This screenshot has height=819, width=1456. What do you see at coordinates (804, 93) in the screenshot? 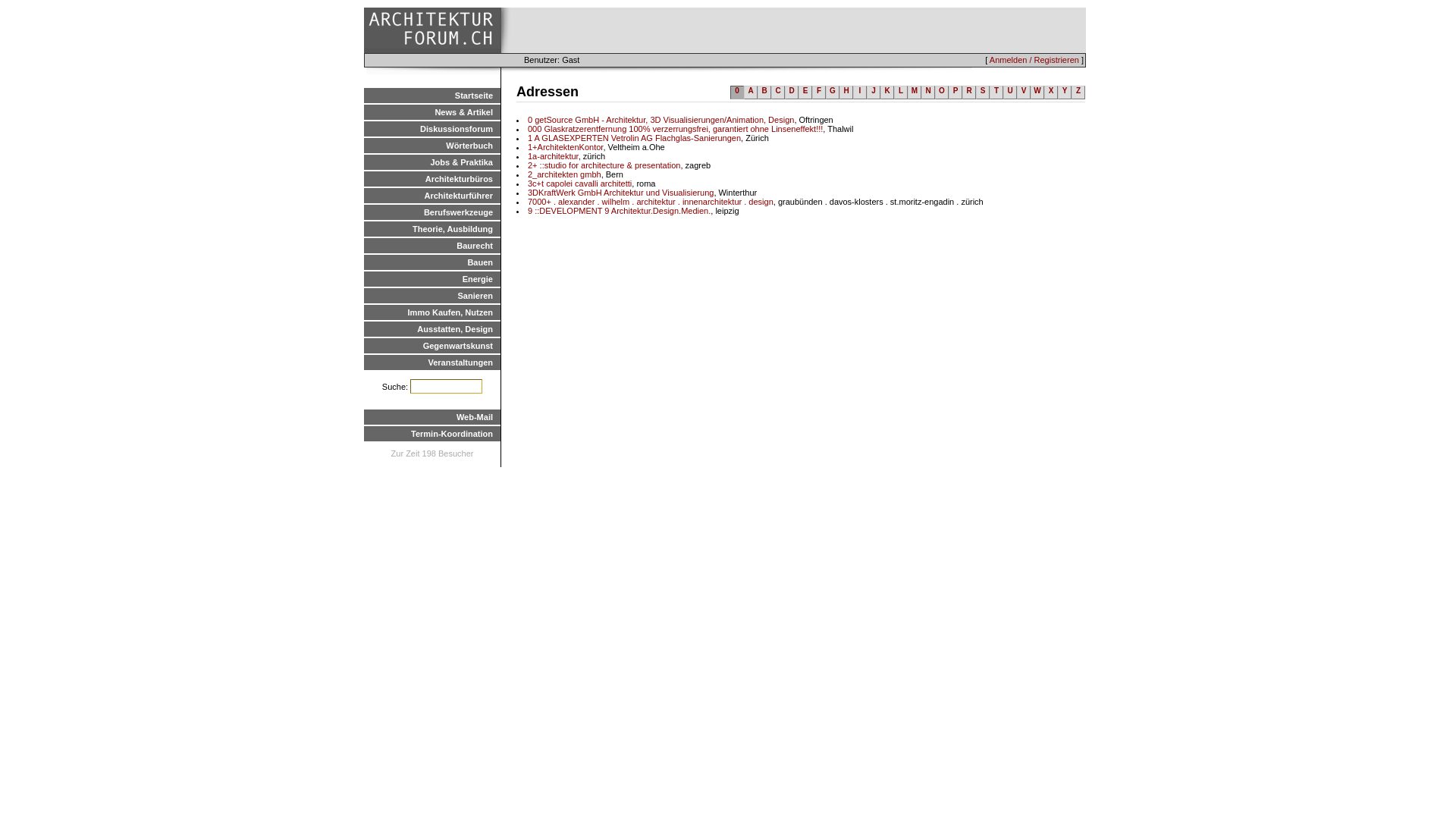
I see `'E'` at bounding box center [804, 93].